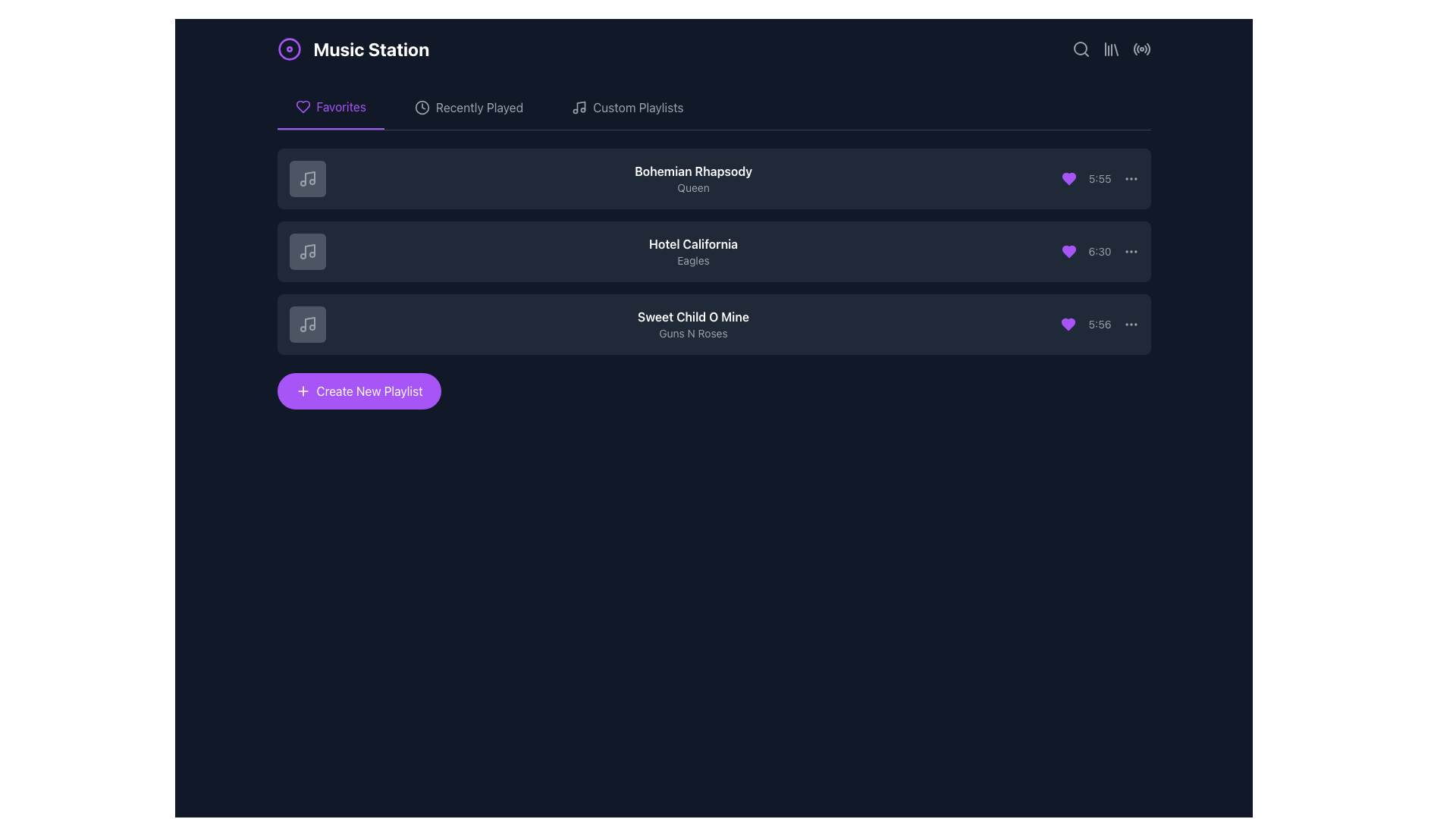 The width and height of the screenshot is (1456, 819). I want to click on the first music track item in the list, so click(713, 177).